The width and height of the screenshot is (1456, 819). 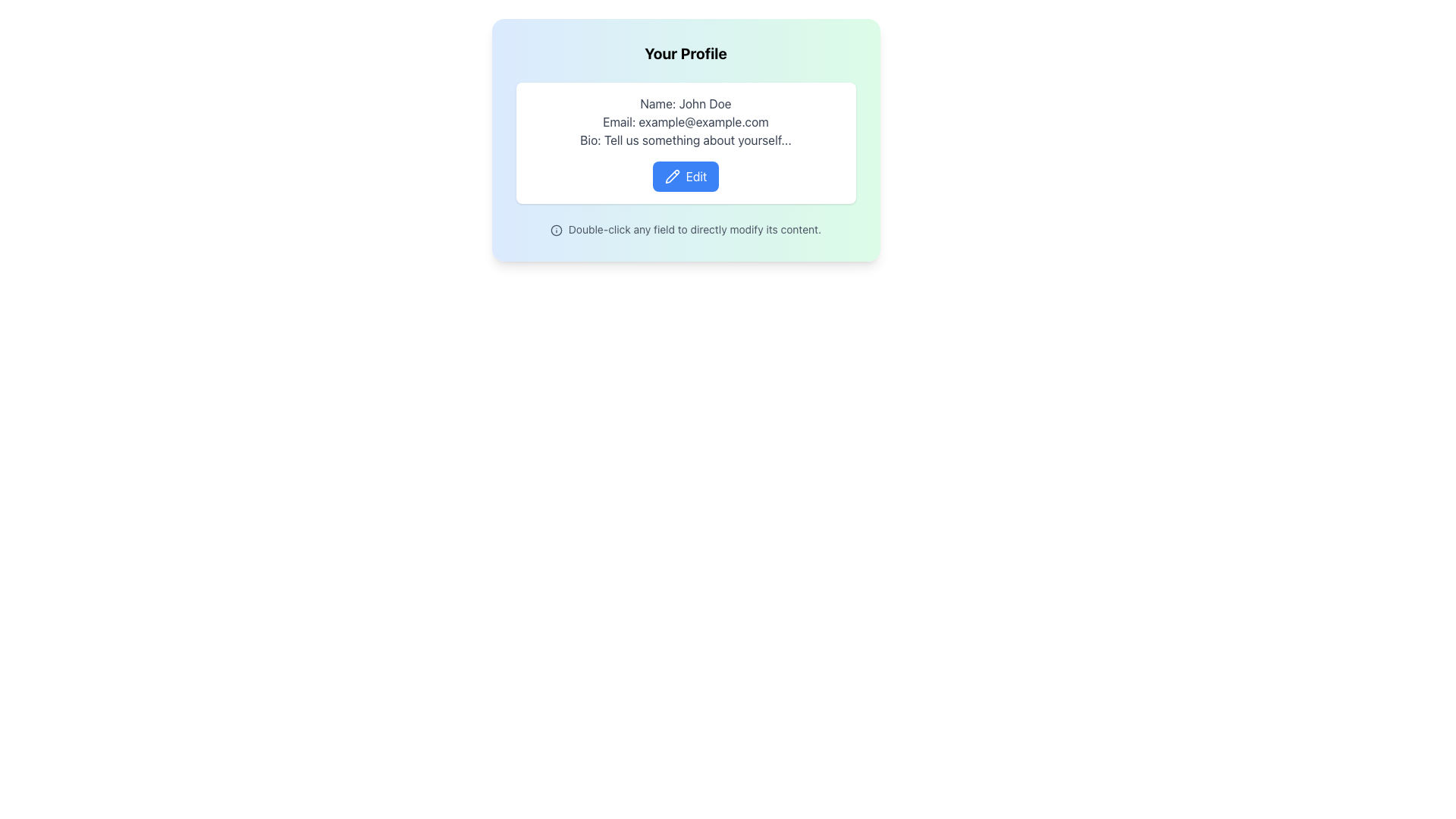 I want to click on the appearance of the pencil icon located to the left of the 'Edit' text in the button on the profile card layout, so click(x=671, y=175).